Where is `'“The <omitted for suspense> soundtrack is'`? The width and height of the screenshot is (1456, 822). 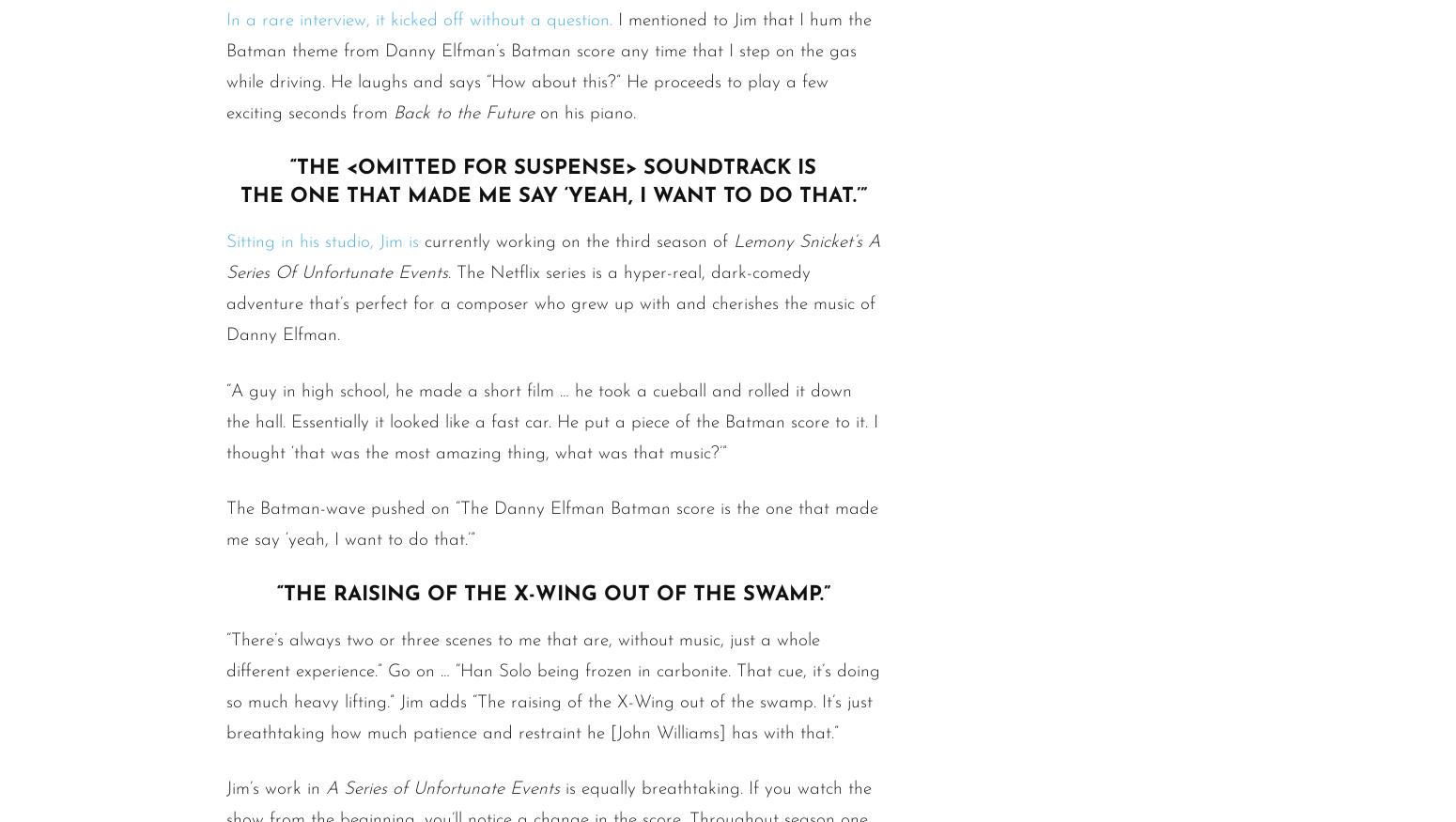 '“The <omitted for suspense> soundtrack is' is located at coordinates (553, 167).